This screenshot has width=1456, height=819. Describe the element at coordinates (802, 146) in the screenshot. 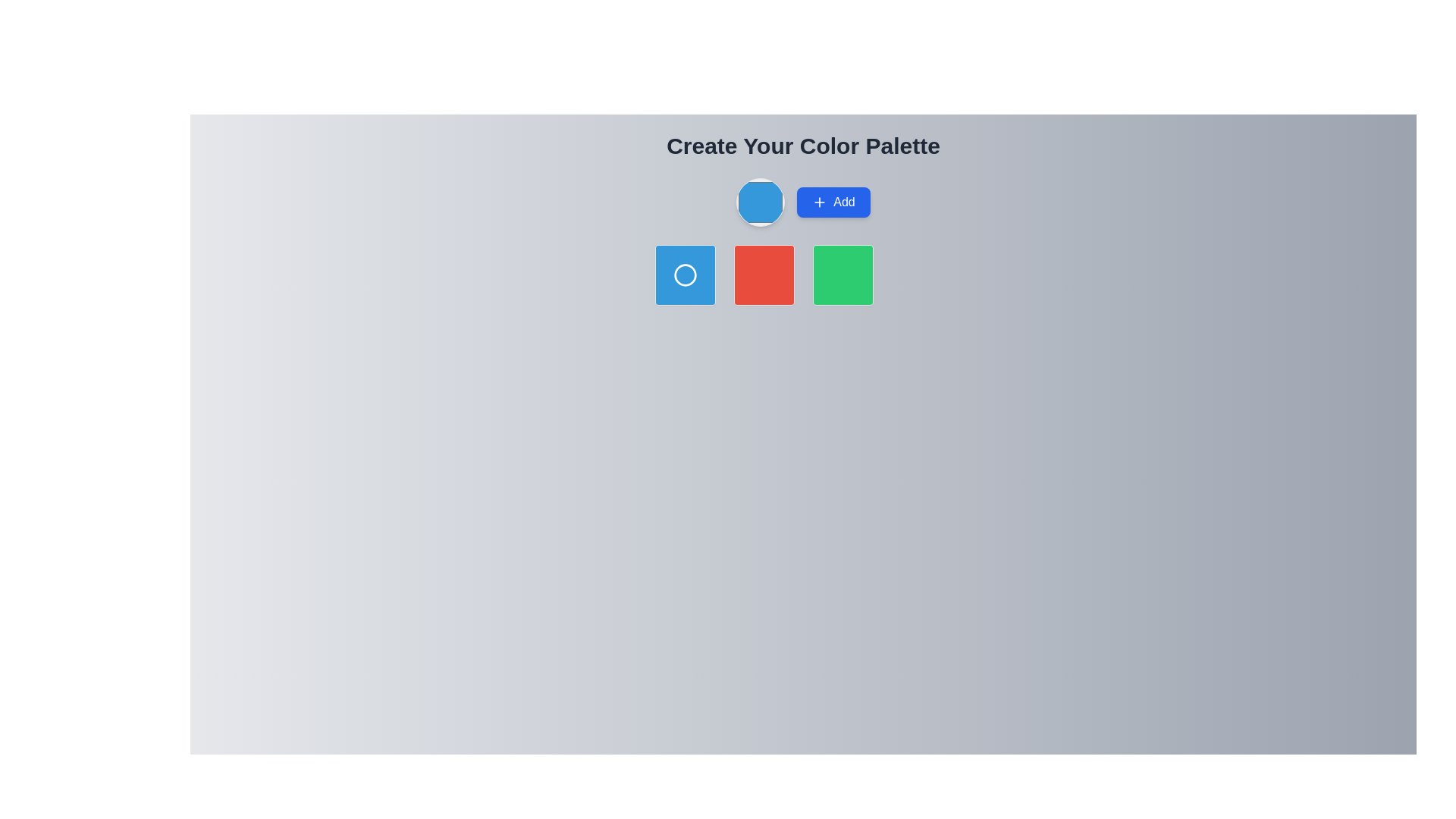

I see `the primary heading text label positioned centrally at the top of the interface, which indicates its main theme or purpose` at that location.